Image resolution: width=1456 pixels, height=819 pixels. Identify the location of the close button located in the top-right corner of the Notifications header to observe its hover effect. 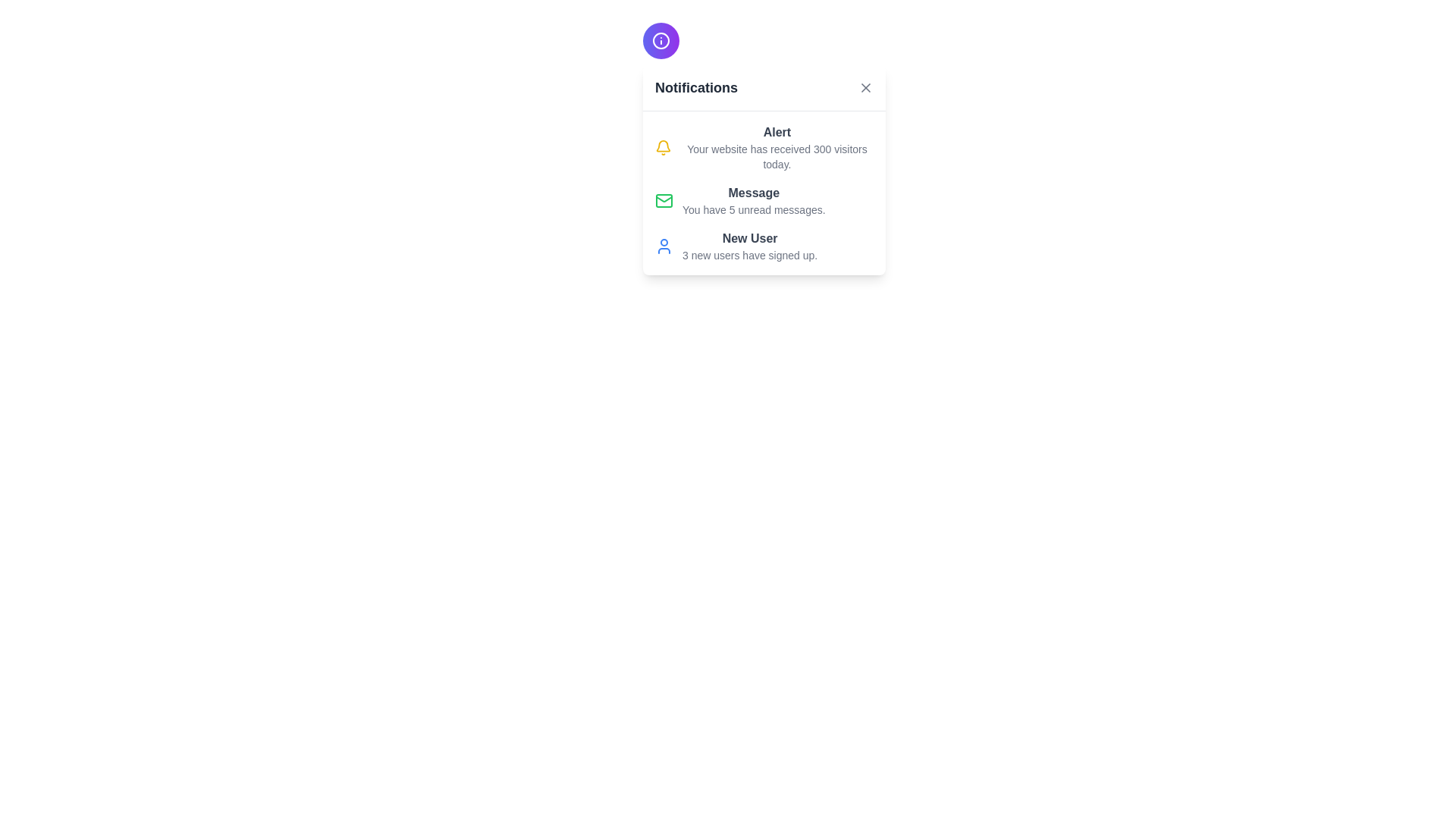
(866, 87).